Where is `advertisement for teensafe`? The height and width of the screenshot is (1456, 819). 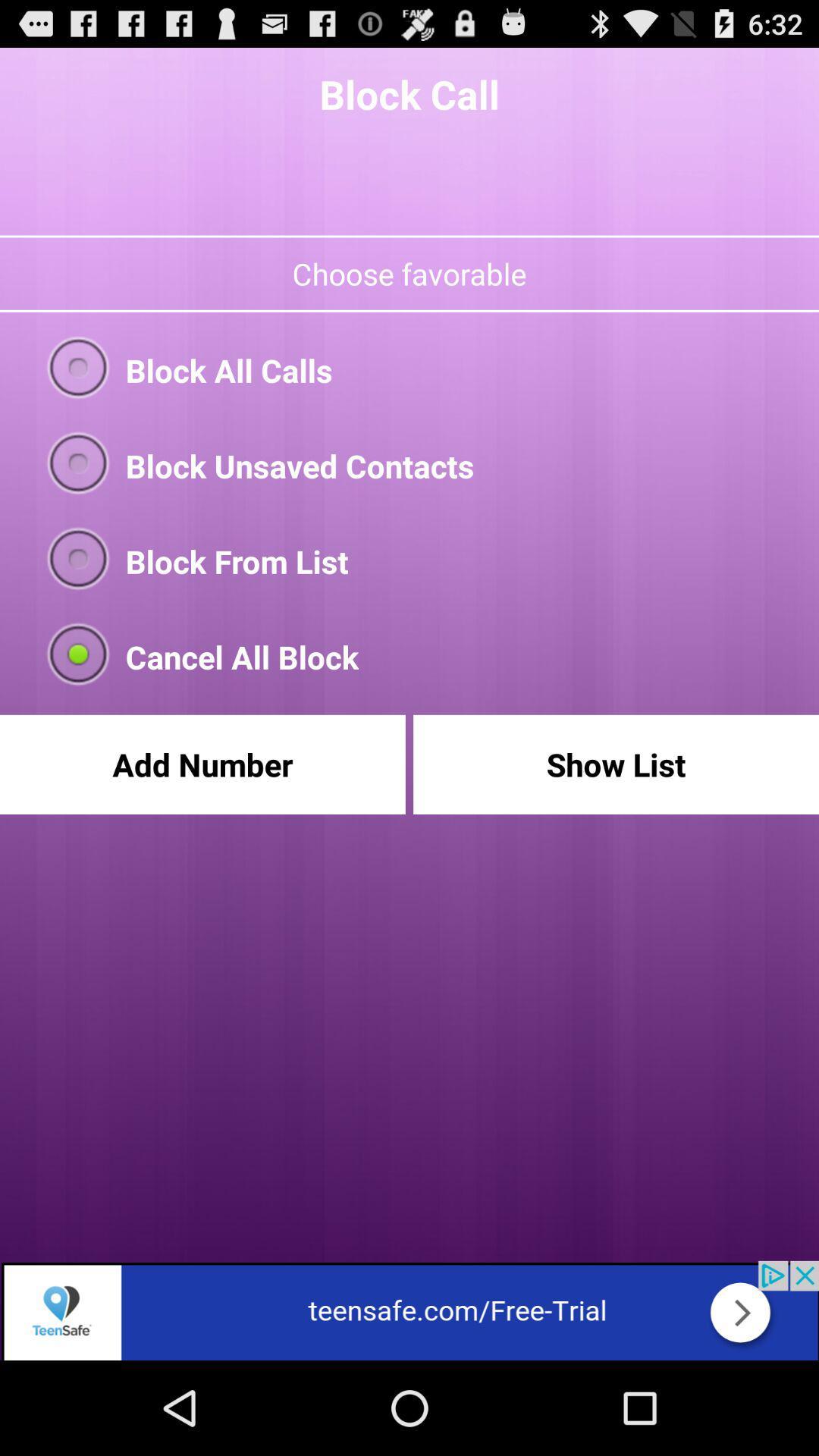 advertisement for teensafe is located at coordinates (409, 1310).